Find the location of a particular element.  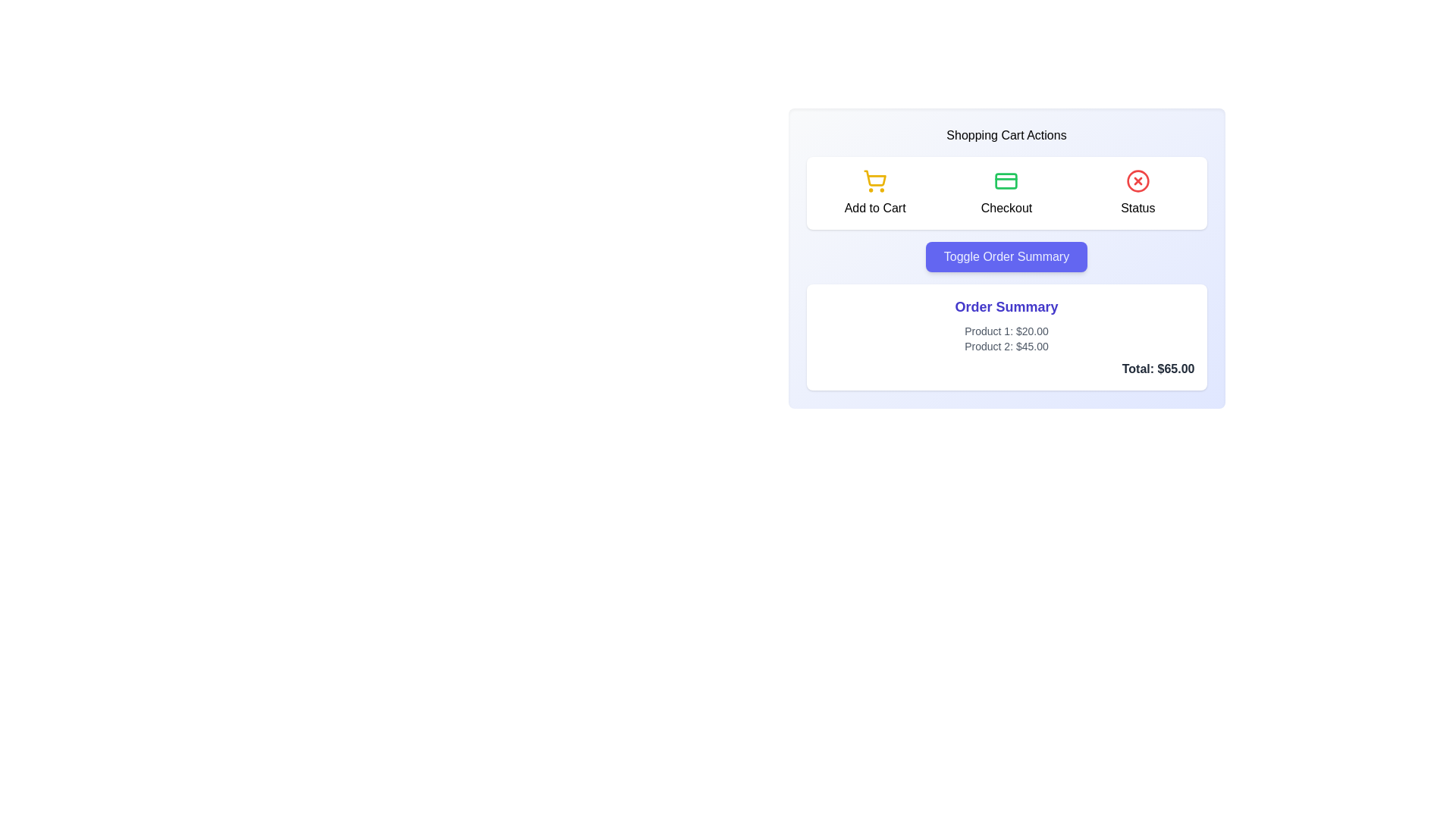

the primary rectangle structure of the credit card icon within the 'Checkout' button, which is centrally positioned between the 'Add to Cart' and 'Status' buttons is located at coordinates (1006, 180).